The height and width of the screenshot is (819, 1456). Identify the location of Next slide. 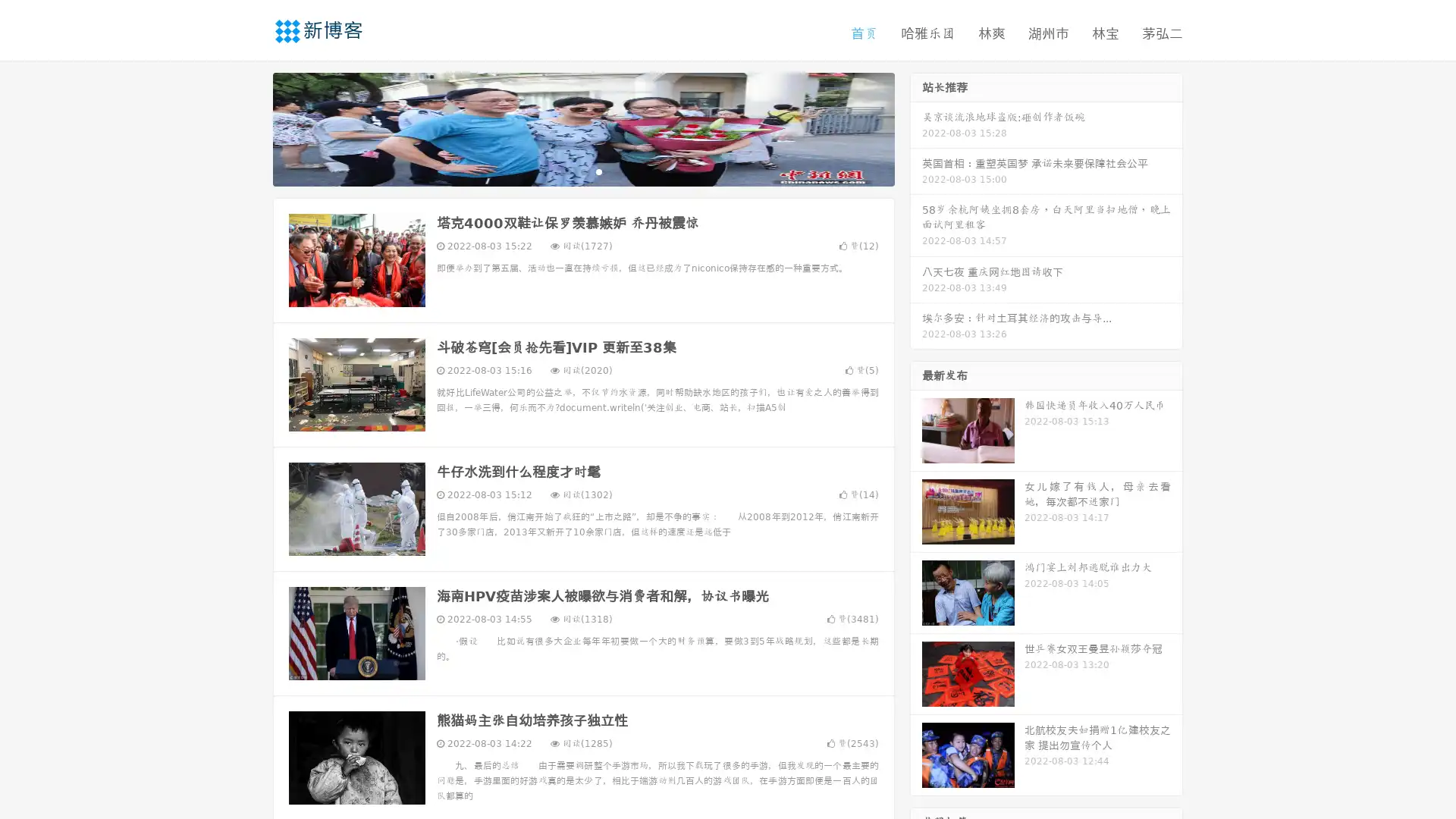
(916, 127).